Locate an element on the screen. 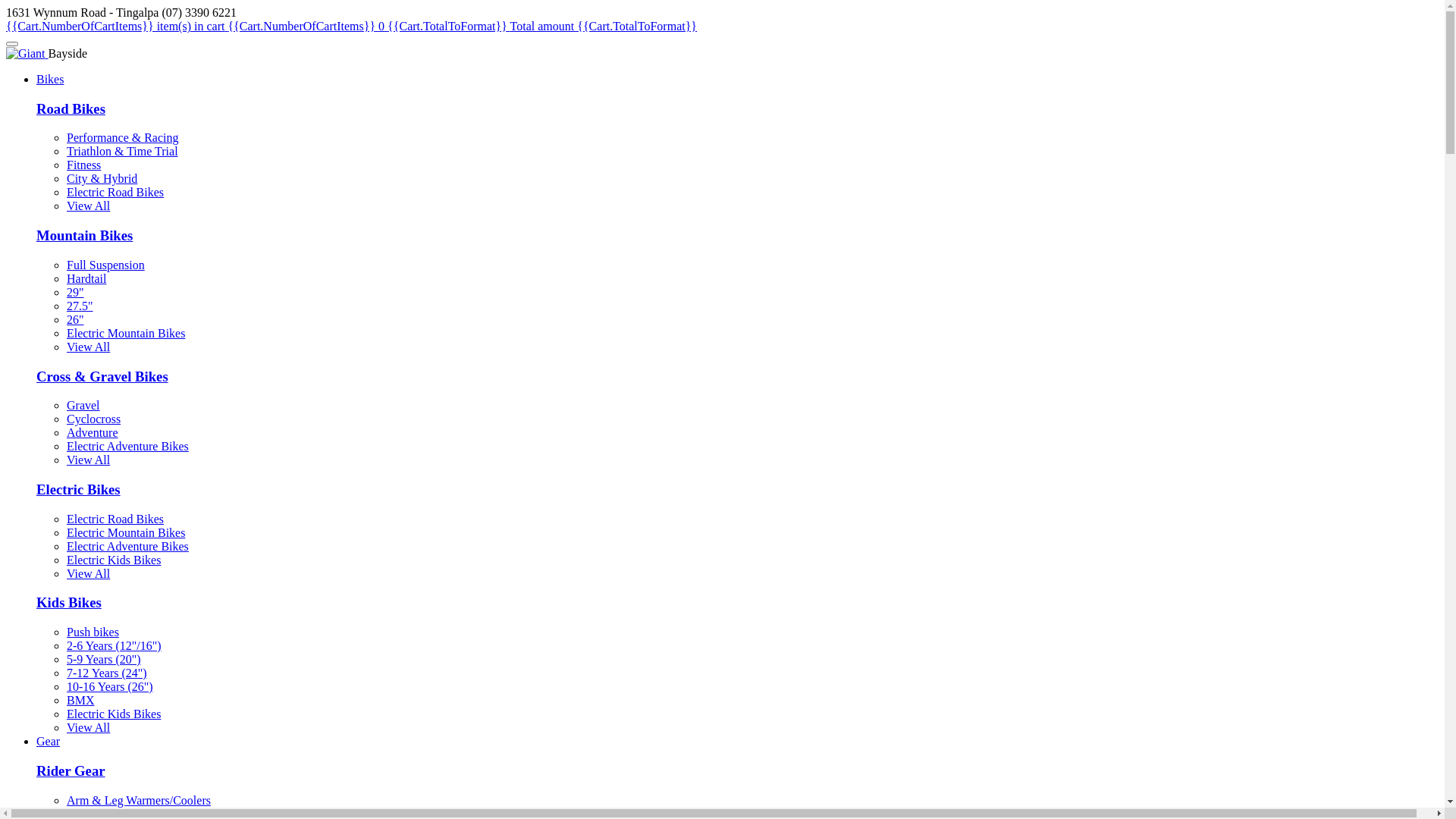  'Electric Bikes' is located at coordinates (77, 489).